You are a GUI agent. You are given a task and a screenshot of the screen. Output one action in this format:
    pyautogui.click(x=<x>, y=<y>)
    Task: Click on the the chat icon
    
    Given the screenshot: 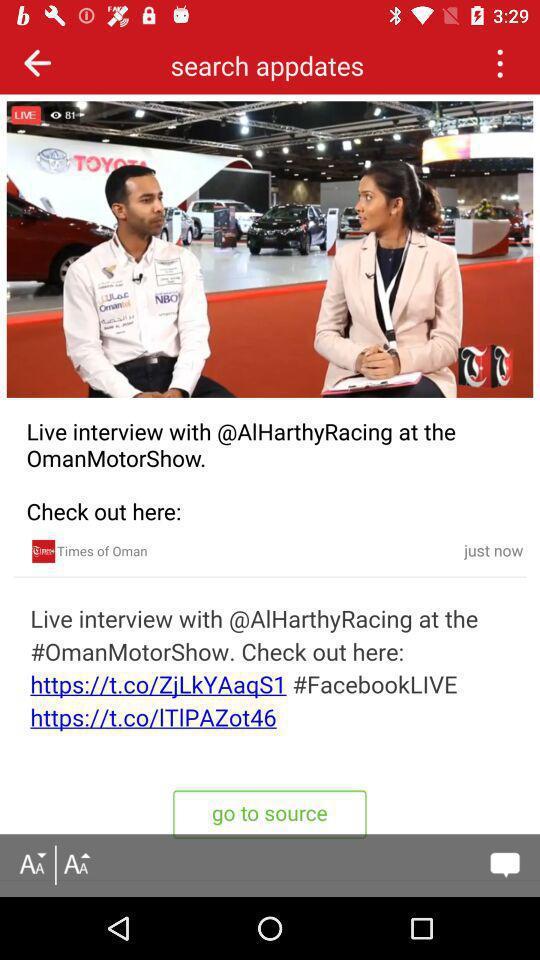 What is the action you would take?
    pyautogui.click(x=504, y=864)
    